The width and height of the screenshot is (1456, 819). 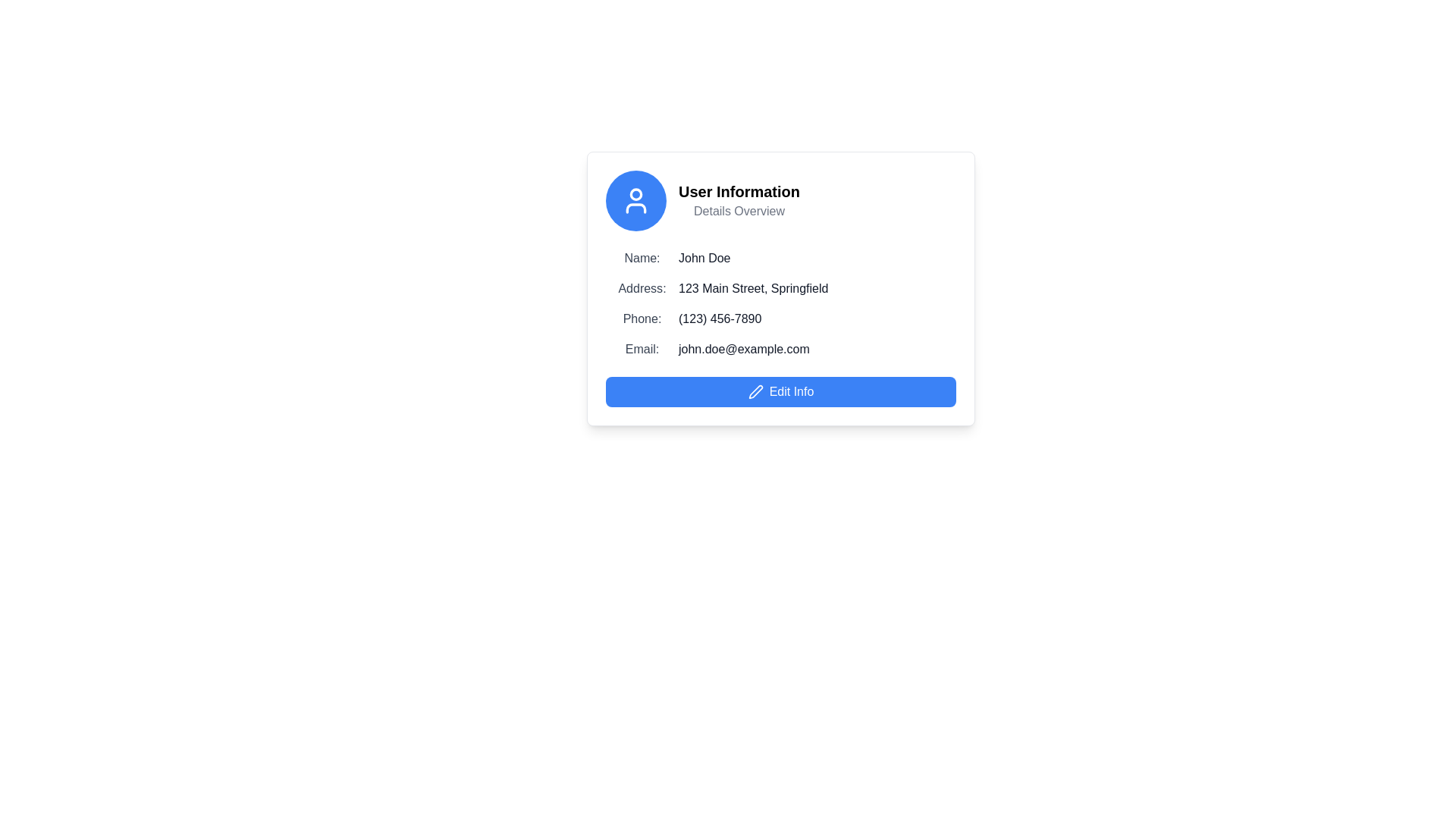 What do you see at coordinates (642, 350) in the screenshot?
I see `the 'Email:' text label, which is styled with a medium-weight font and gray color, positioned in the user profile card interface` at bounding box center [642, 350].